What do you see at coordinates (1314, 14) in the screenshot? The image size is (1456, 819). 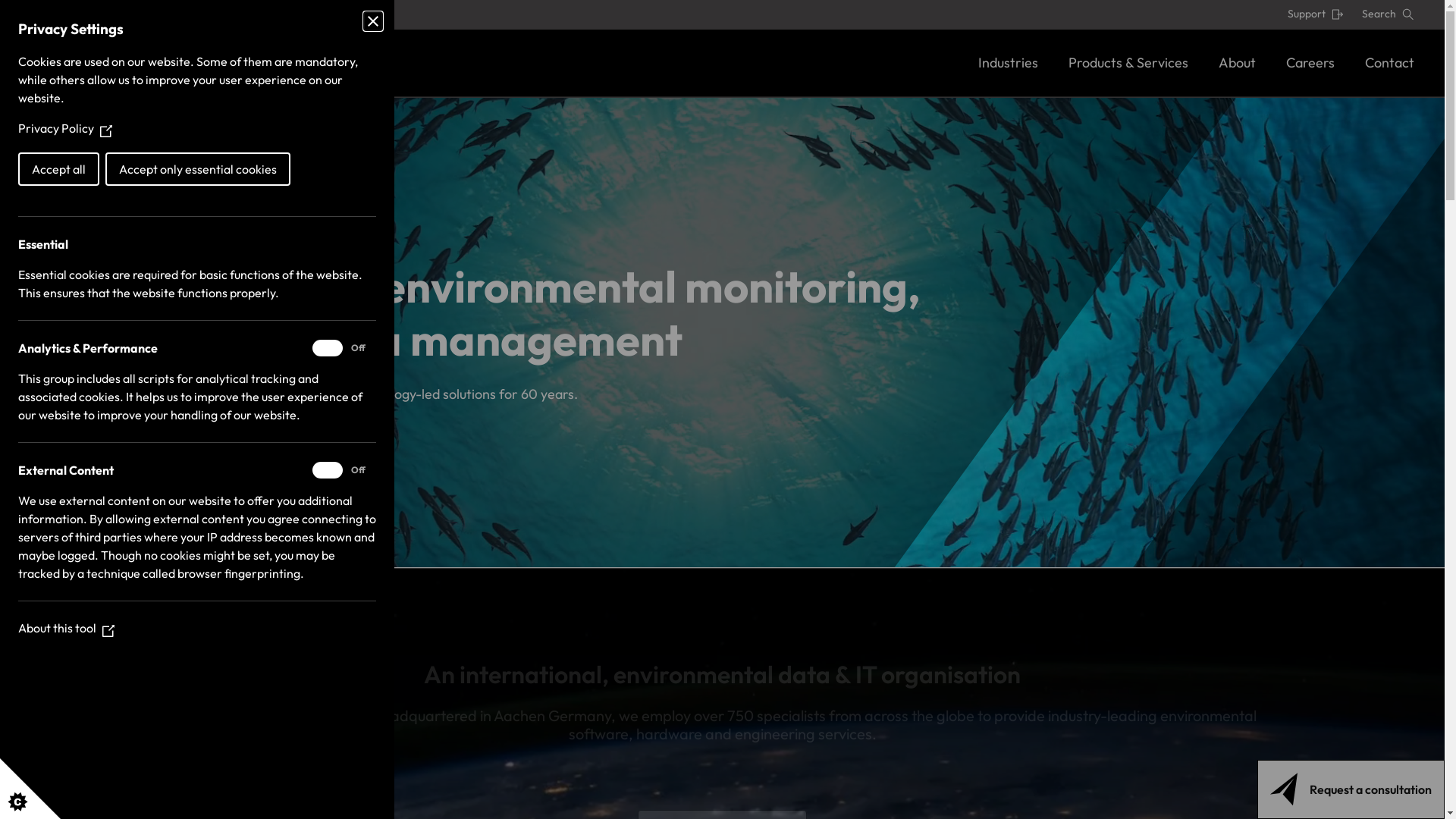 I see `'Support'` at bounding box center [1314, 14].